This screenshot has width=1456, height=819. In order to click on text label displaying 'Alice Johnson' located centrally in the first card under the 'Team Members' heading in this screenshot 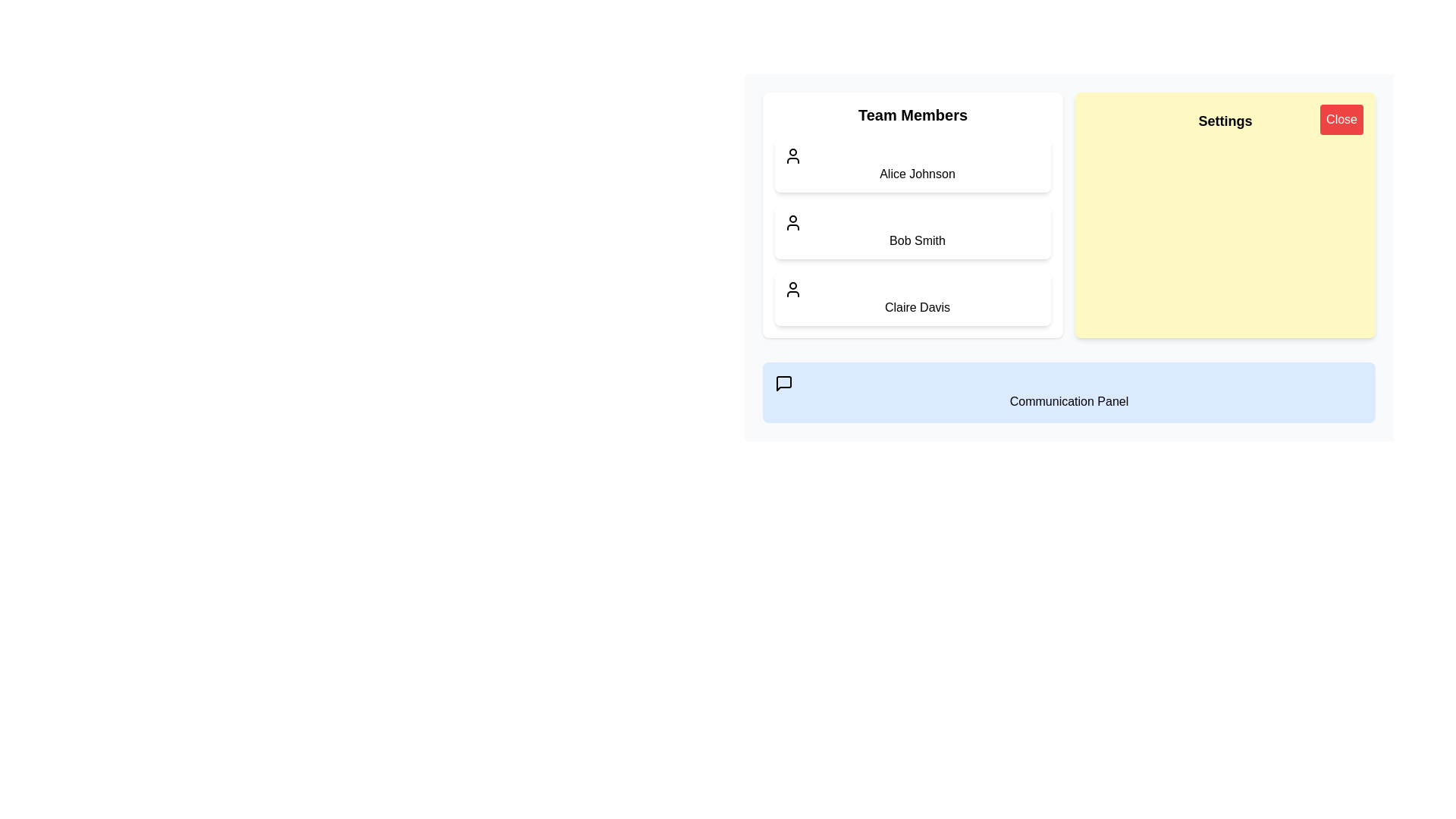, I will do `click(916, 173)`.